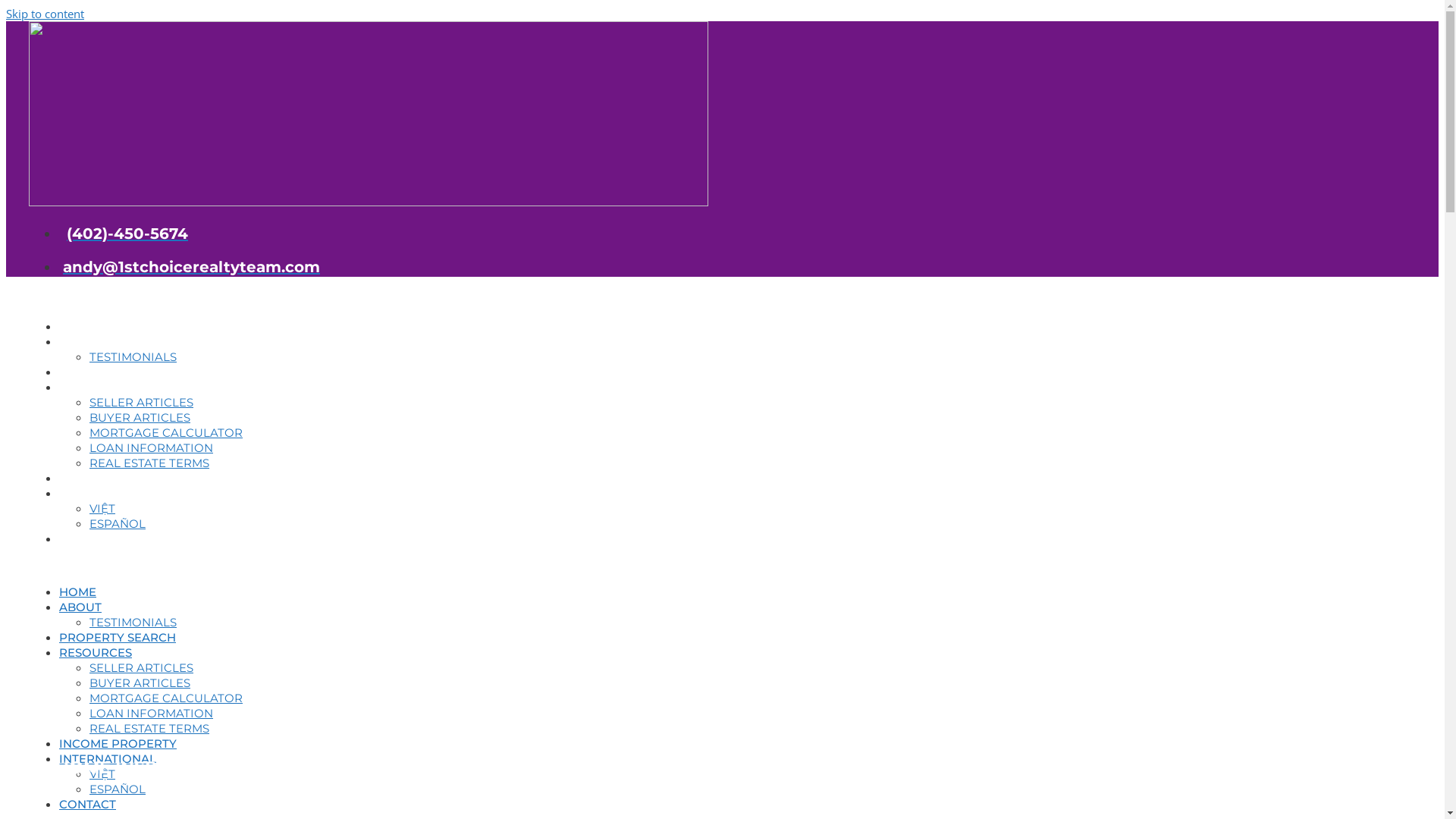  Describe the element at coordinates (89, 432) in the screenshot. I see `'MORTGAGE CALCULATOR'` at that location.